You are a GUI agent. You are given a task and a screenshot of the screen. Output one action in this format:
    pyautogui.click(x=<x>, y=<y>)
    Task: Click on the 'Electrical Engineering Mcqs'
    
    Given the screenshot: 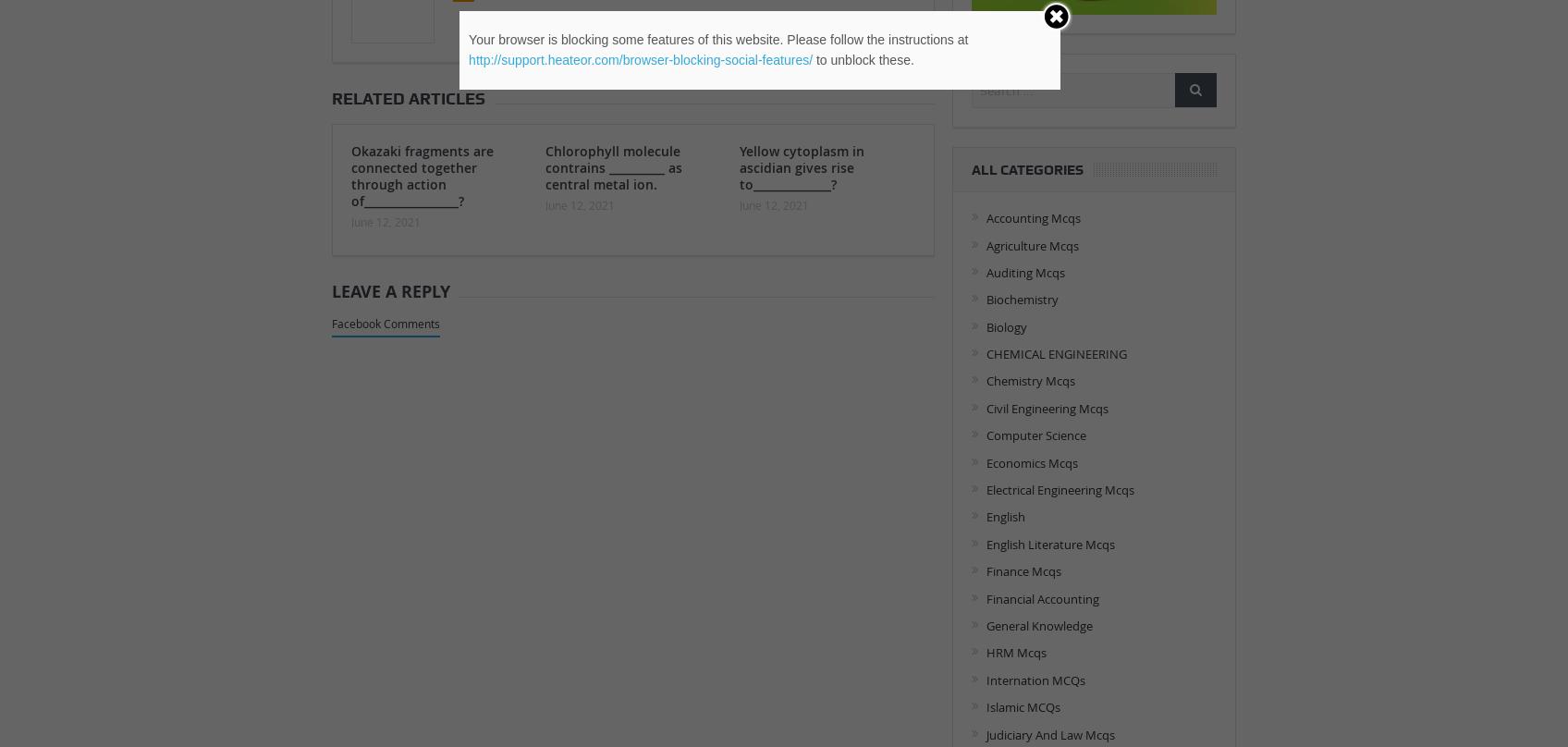 What is the action you would take?
    pyautogui.click(x=1060, y=488)
    